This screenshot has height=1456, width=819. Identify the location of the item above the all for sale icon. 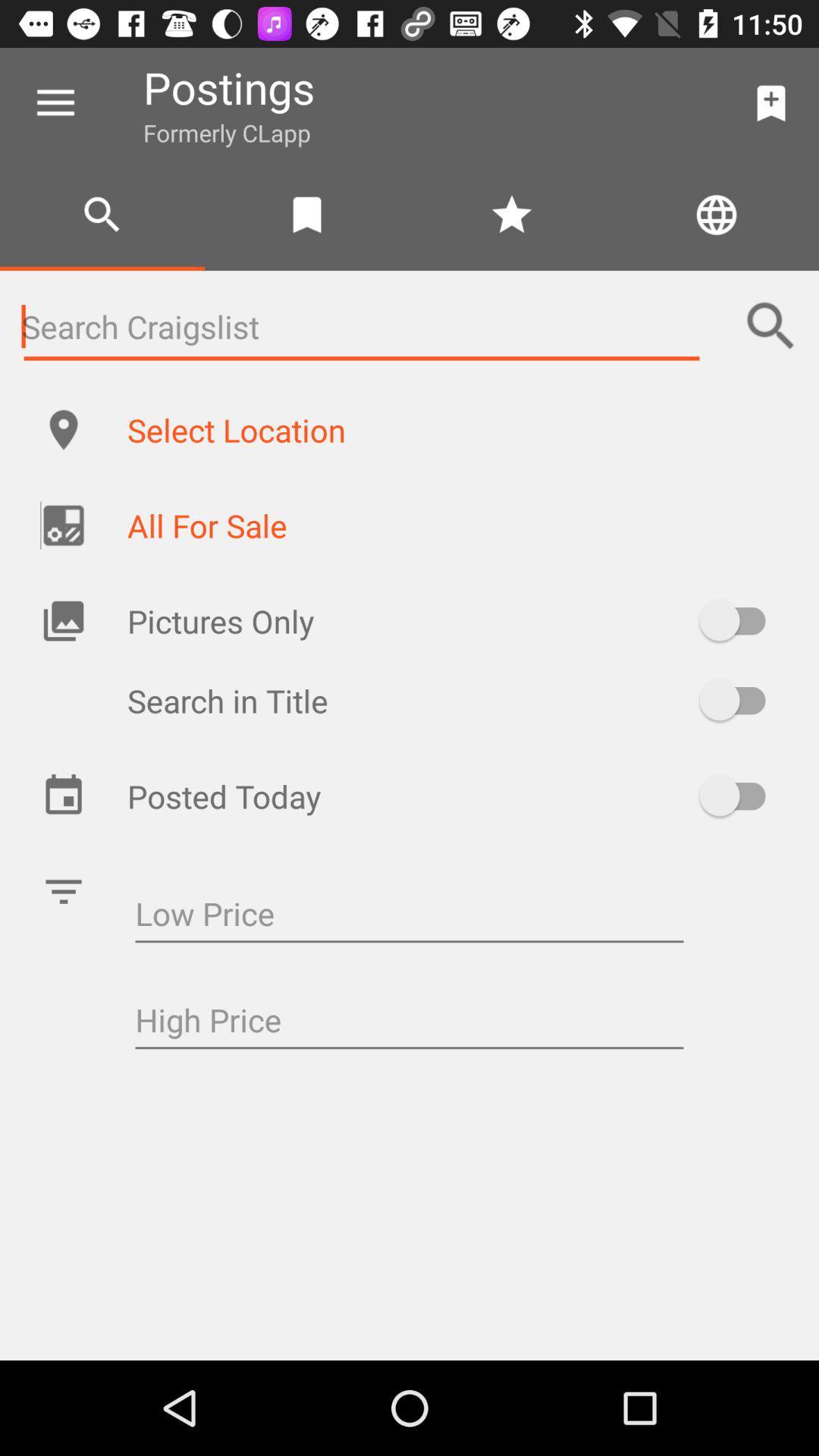
(456, 428).